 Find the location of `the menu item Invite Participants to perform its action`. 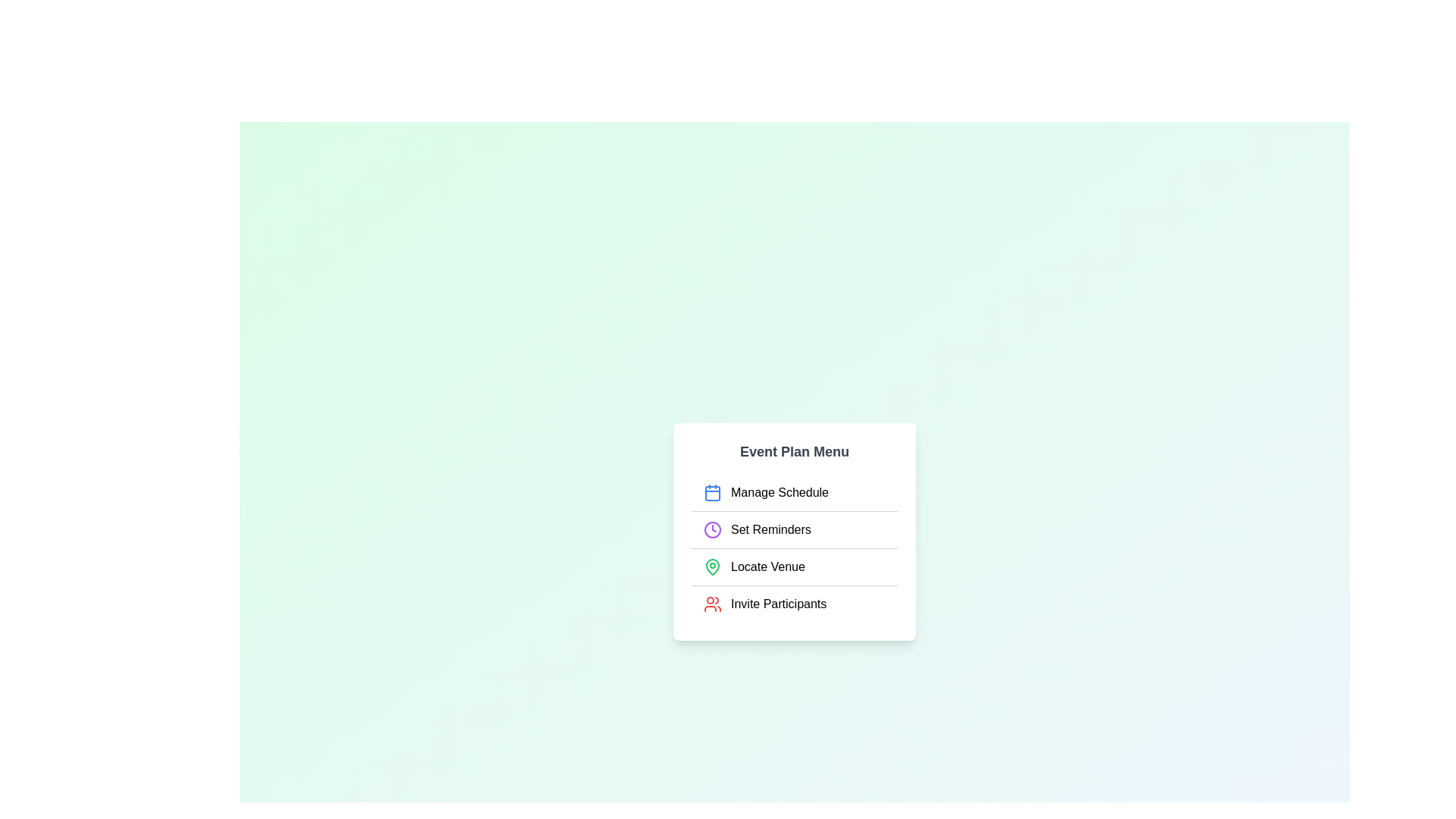

the menu item Invite Participants to perform its action is located at coordinates (793, 602).